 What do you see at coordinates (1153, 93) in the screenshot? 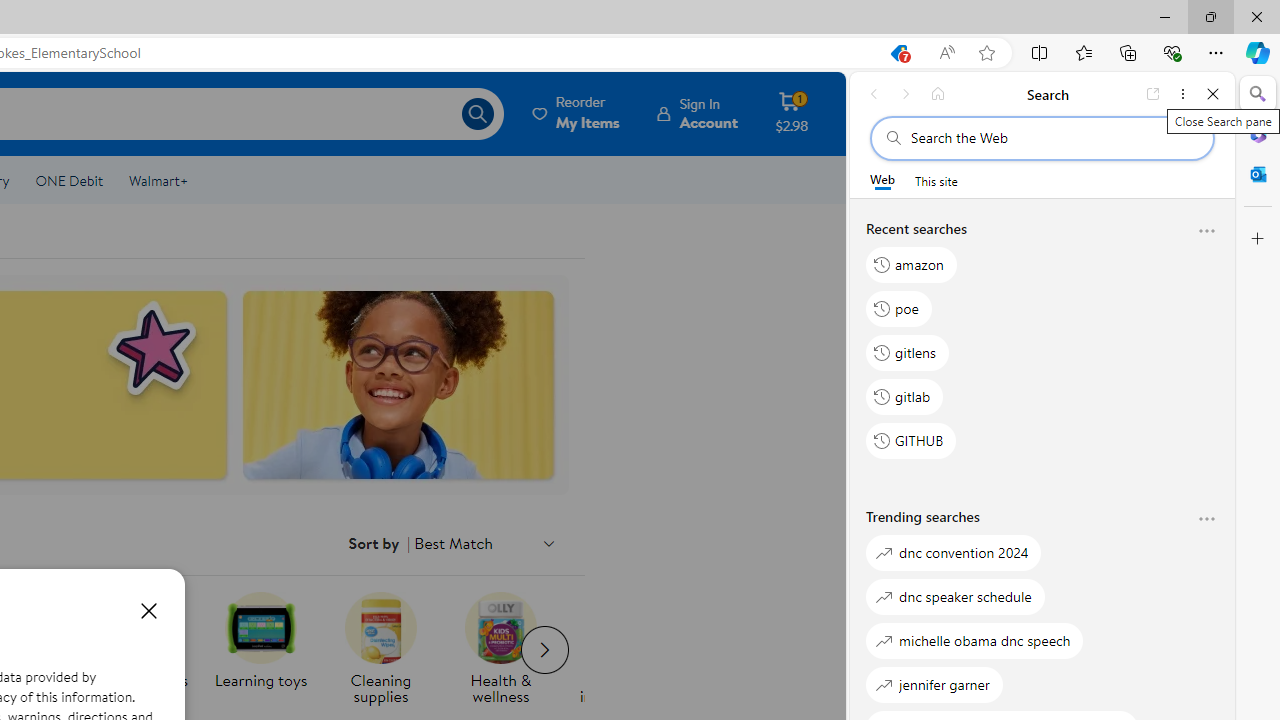
I see `'Open link in new tab'` at bounding box center [1153, 93].